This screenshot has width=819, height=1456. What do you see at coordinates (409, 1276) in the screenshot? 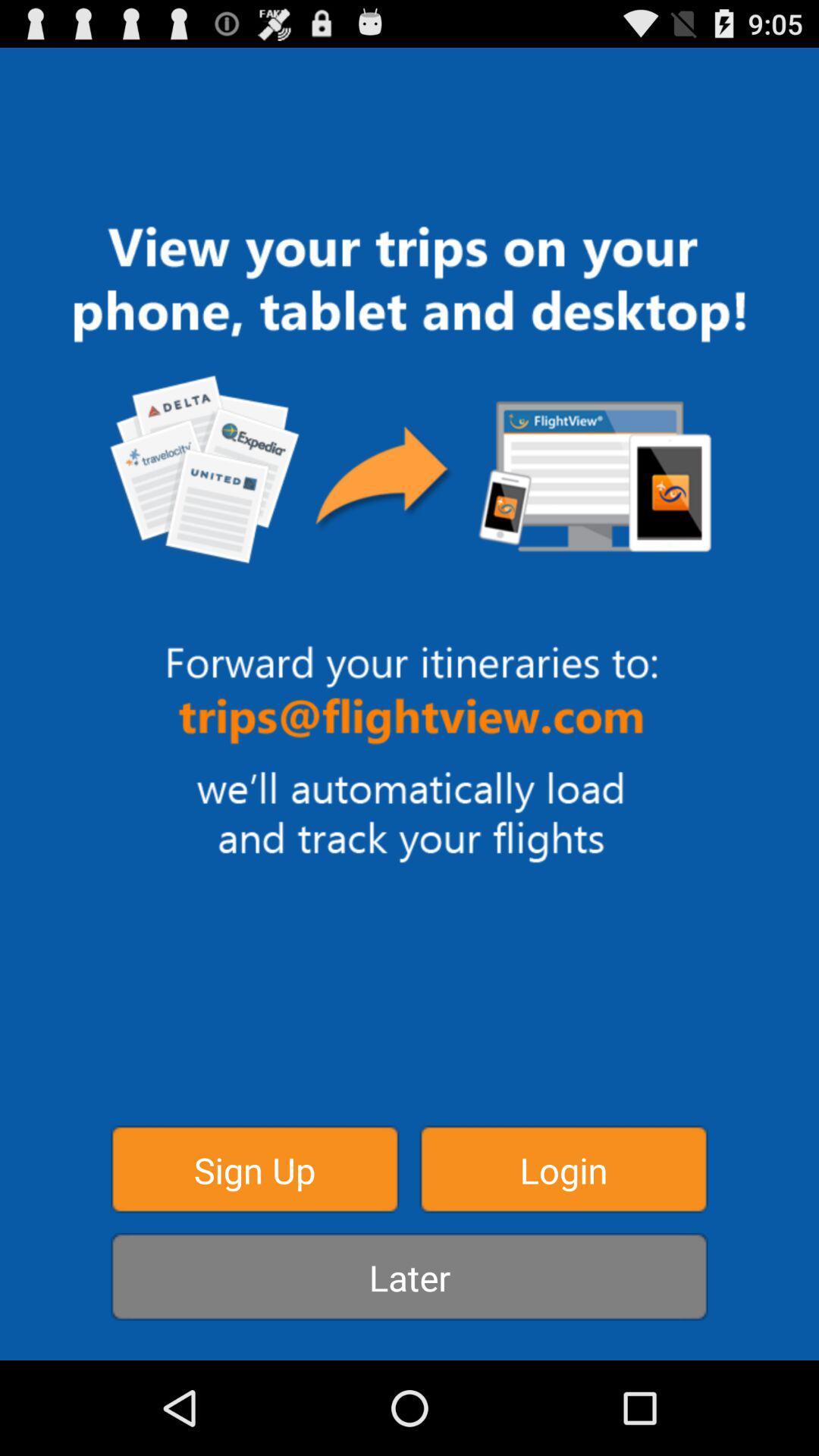
I see `button at the bottom` at bounding box center [409, 1276].